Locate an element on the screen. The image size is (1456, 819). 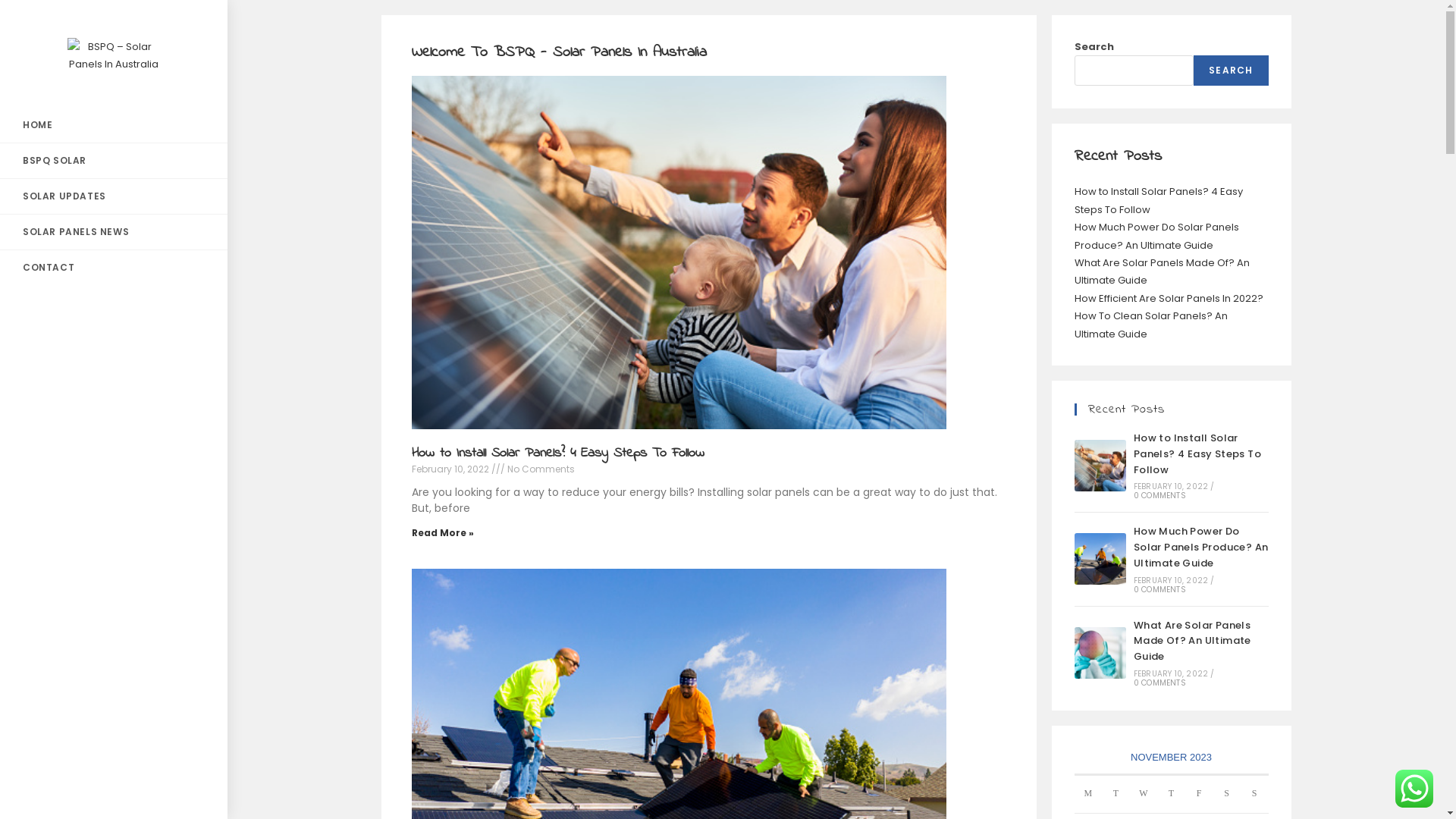
'CONTACT' is located at coordinates (112, 267).